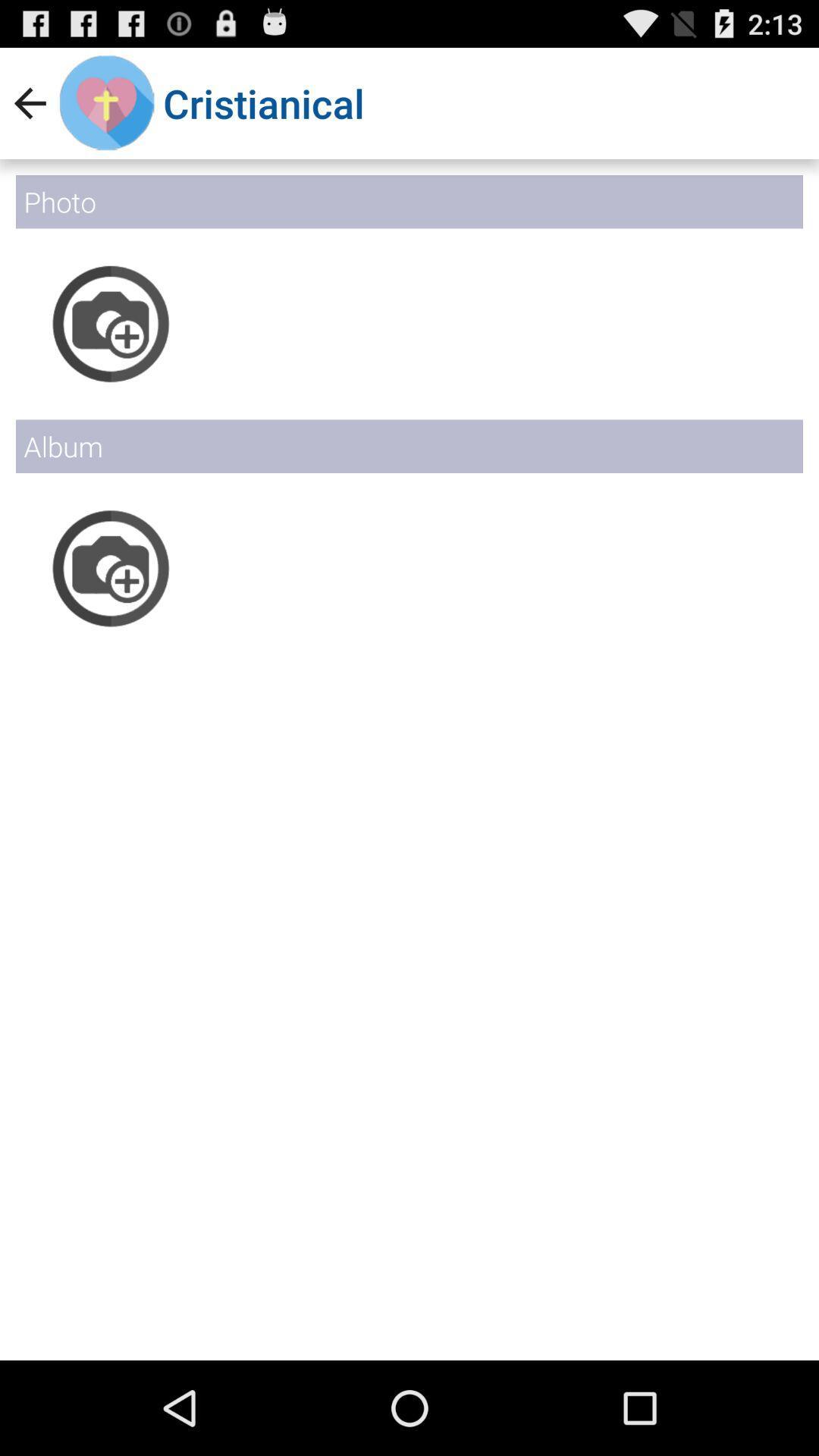 The height and width of the screenshot is (1456, 819). I want to click on the photo icon, so click(110, 608).